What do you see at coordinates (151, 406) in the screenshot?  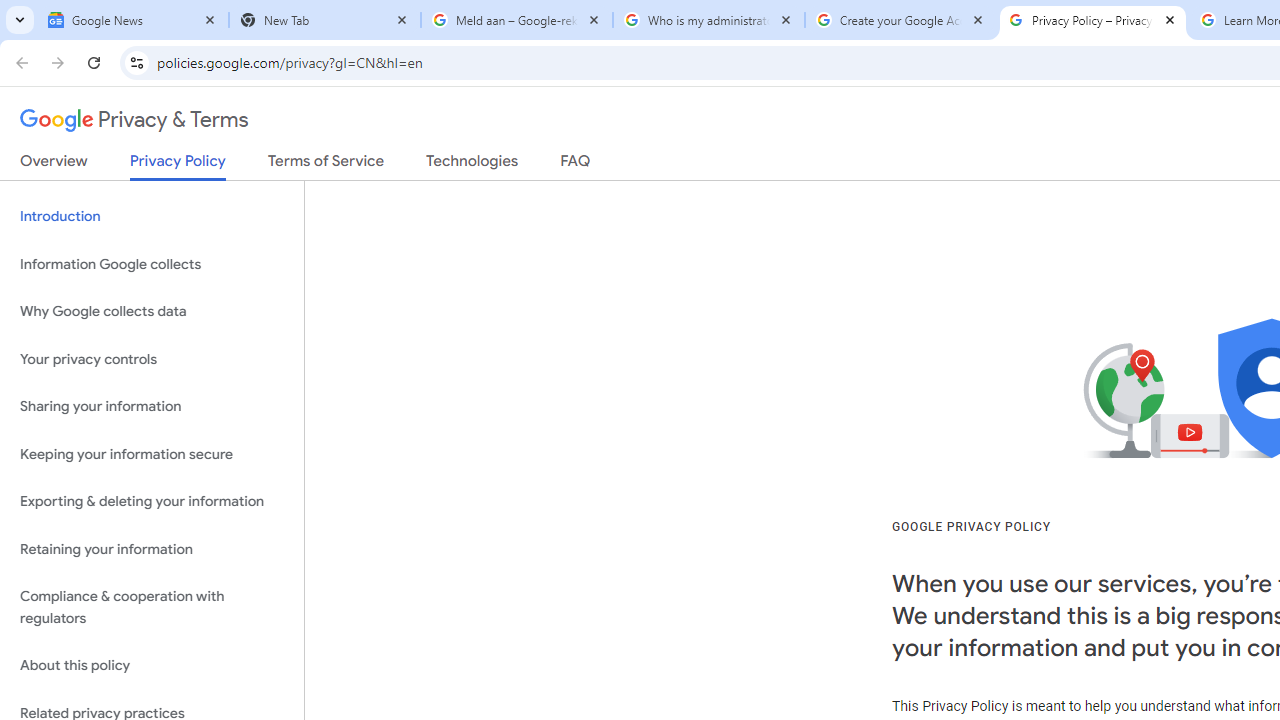 I see `'Sharing your information'` at bounding box center [151, 406].